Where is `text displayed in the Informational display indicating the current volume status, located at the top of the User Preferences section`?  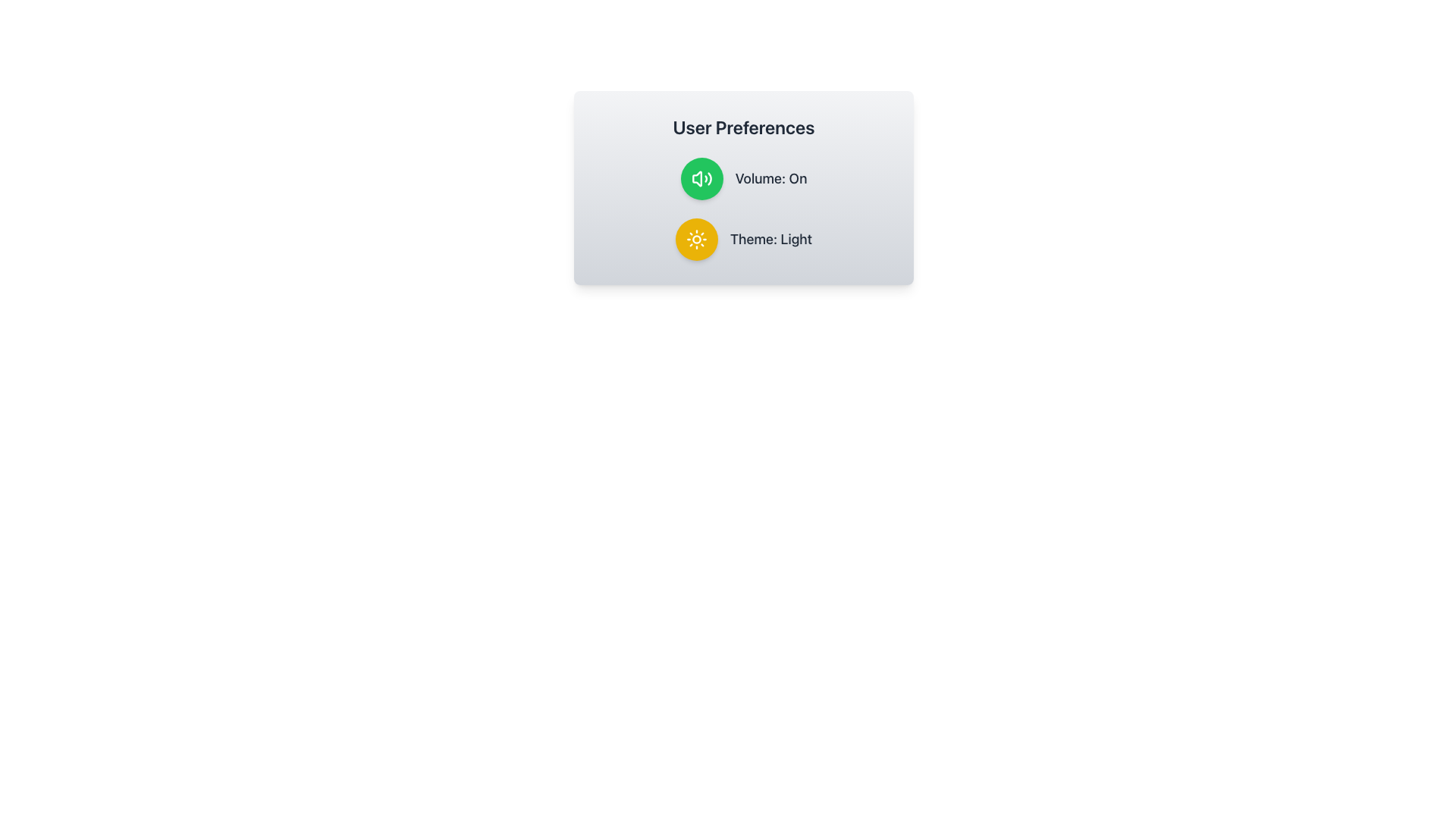 text displayed in the Informational display indicating the current volume status, located at the top of the User Preferences section is located at coordinates (743, 177).